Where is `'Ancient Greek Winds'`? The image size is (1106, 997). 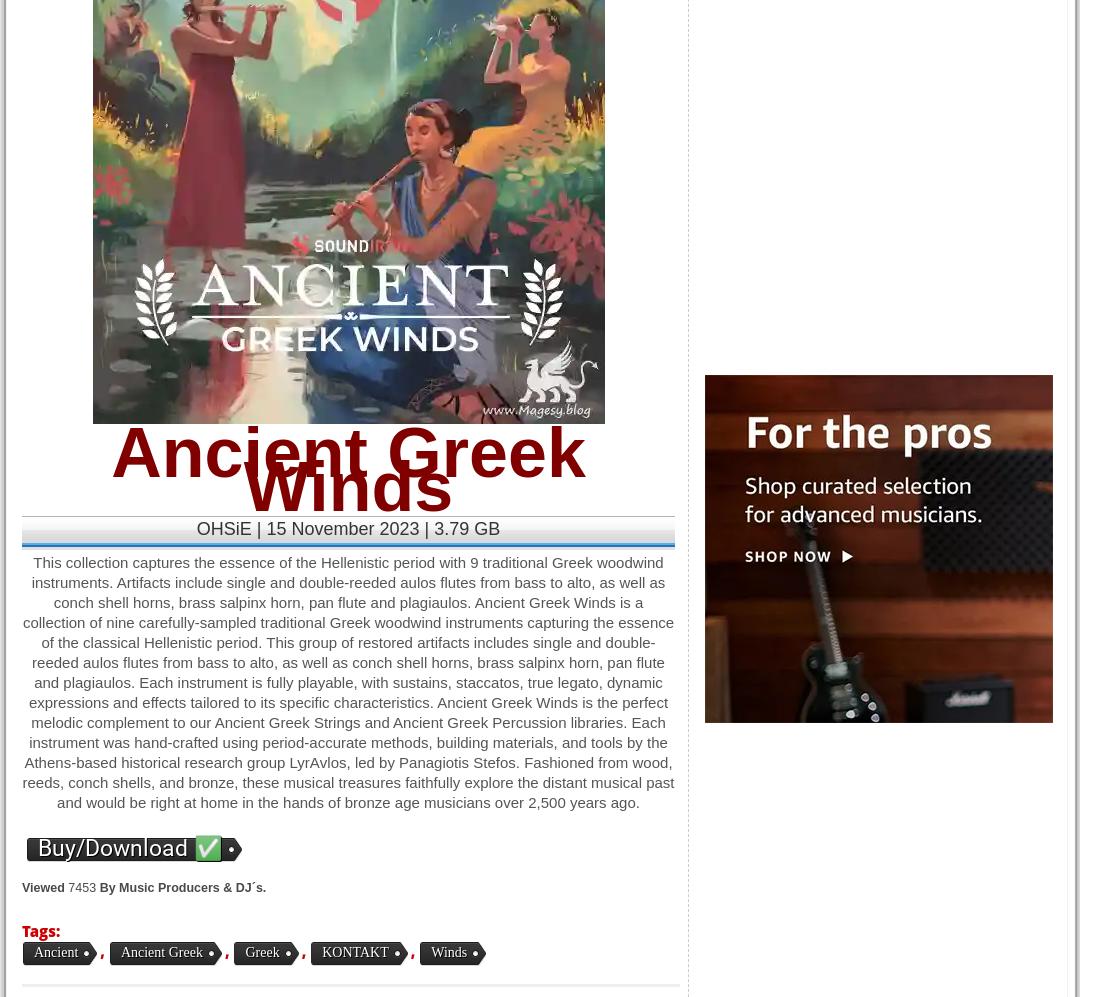
'Ancient Greek Winds' is located at coordinates (347, 469).